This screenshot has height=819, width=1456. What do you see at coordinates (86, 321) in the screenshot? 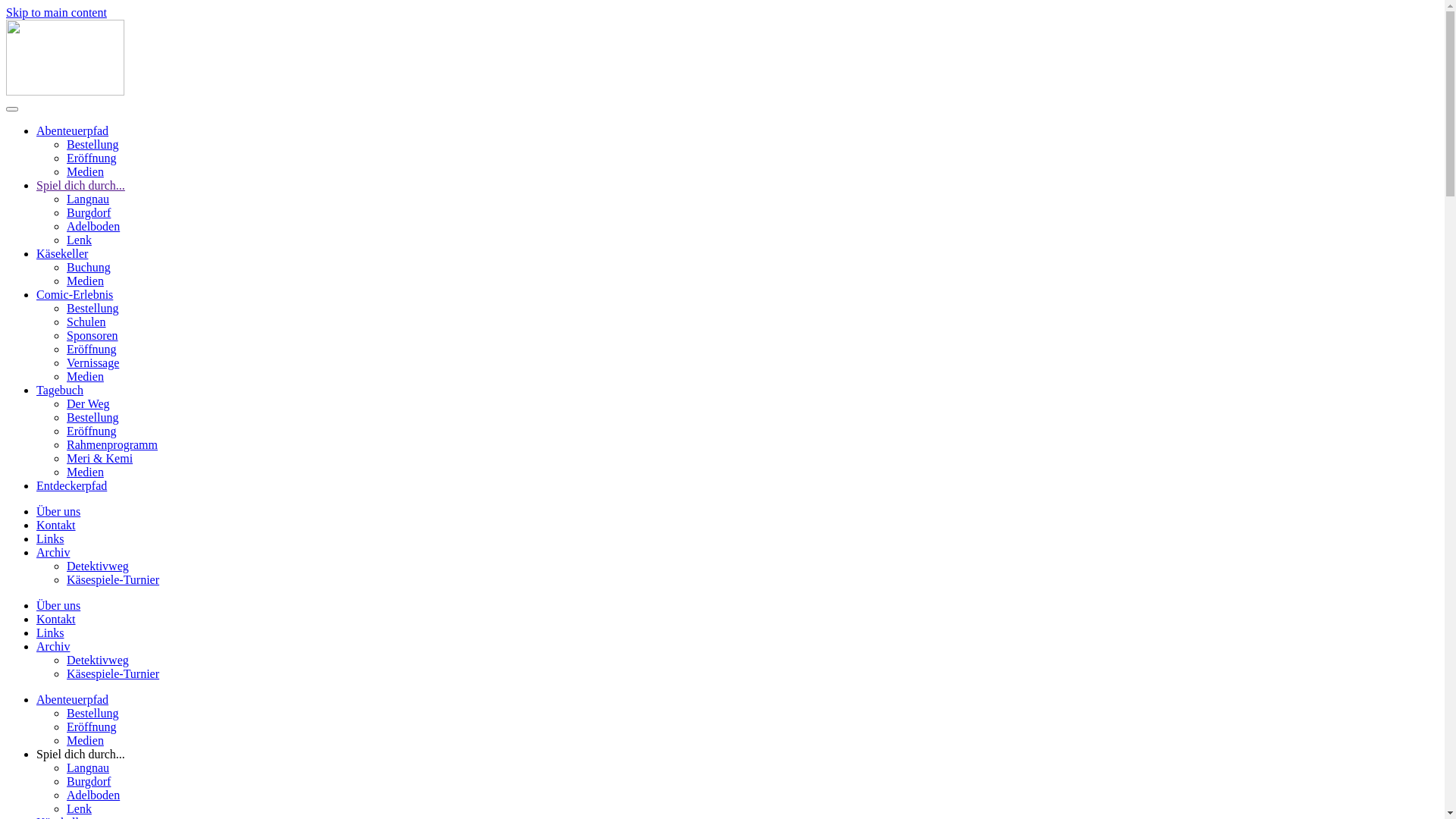
I see `'Schulen'` at bounding box center [86, 321].